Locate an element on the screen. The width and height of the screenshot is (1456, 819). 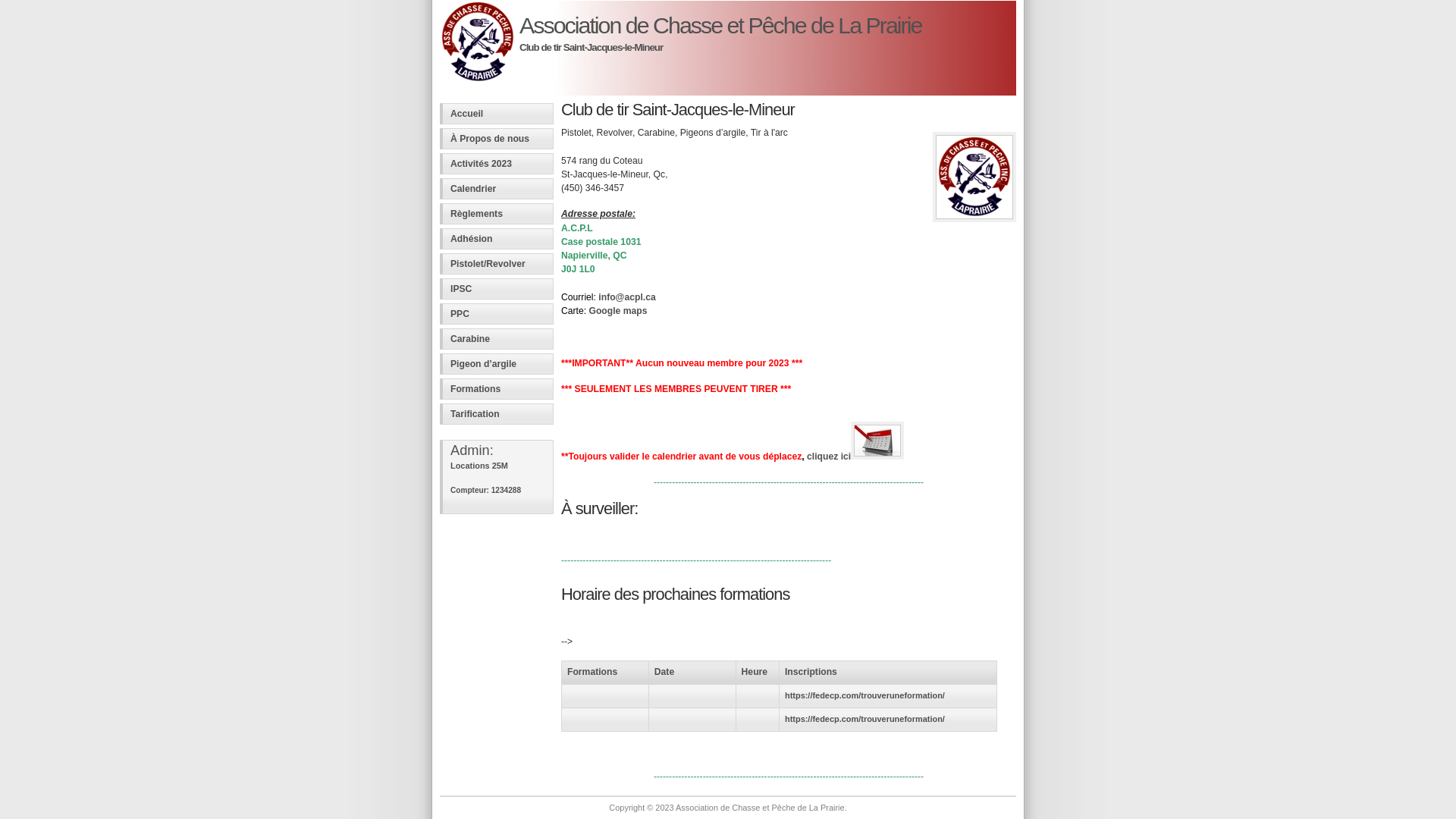
'Google maps' is located at coordinates (617, 309).